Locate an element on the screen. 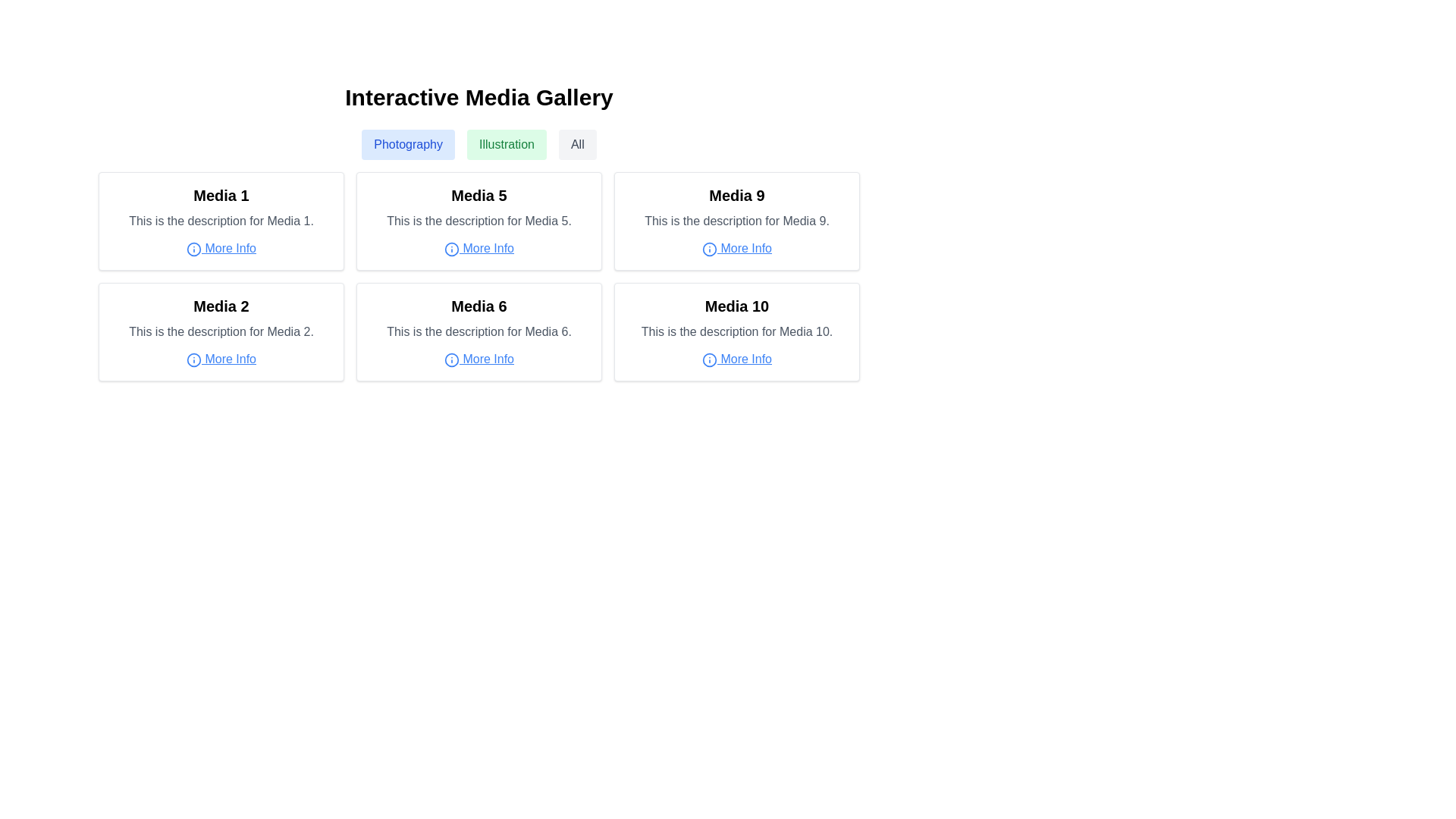 Image resolution: width=1456 pixels, height=819 pixels. the title text label of the media item located at the top of the second card in the bottom row of the grid view is located at coordinates (736, 306).